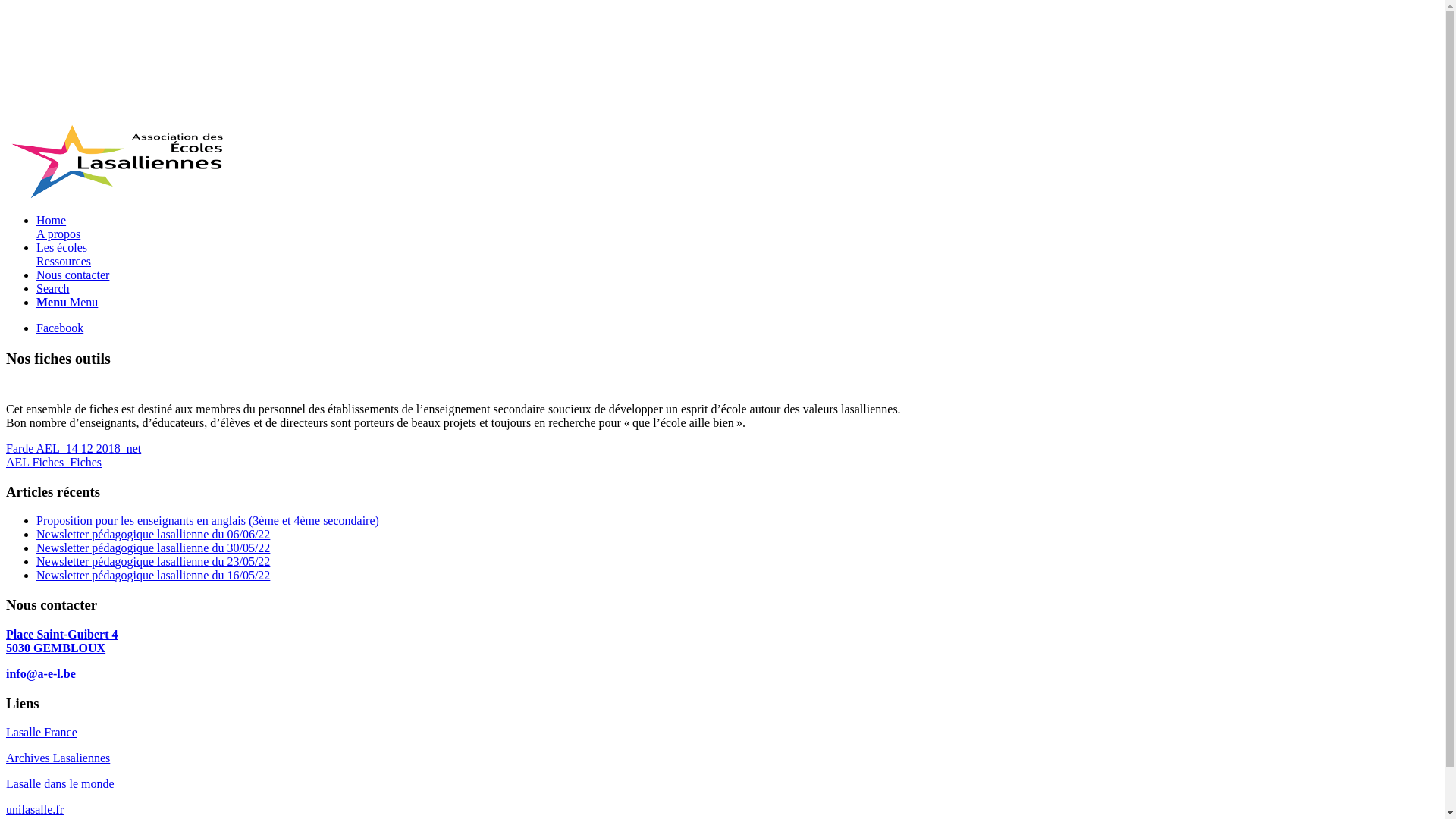  What do you see at coordinates (61, 641) in the screenshot?
I see `'Place Saint-Guibert 4` at bounding box center [61, 641].